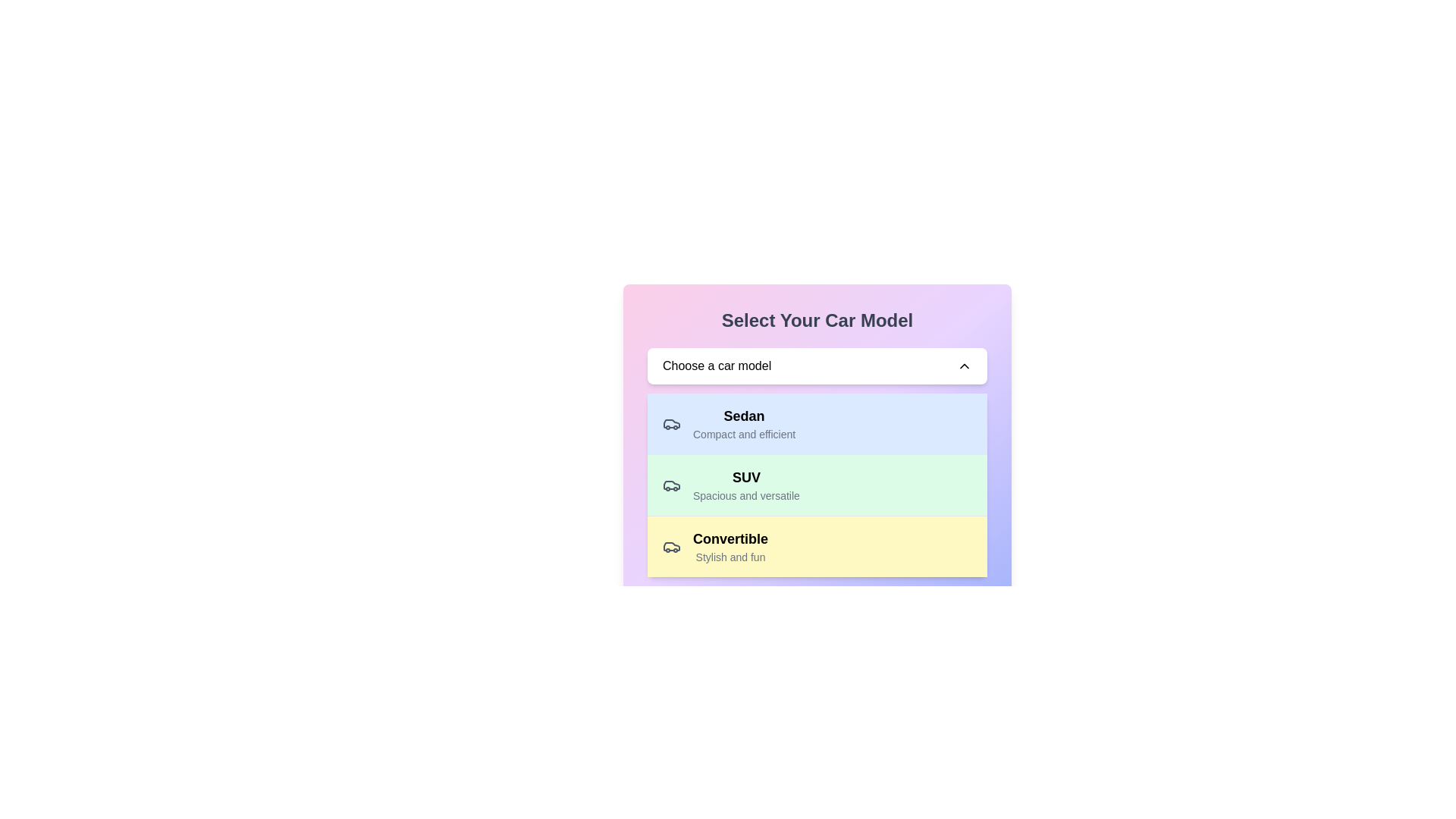 This screenshot has width=1456, height=819. Describe the element at coordinates (817, 426) in the screenshot. I see `the 'Sedan' selectable list item in the car model selection interface` at that location.